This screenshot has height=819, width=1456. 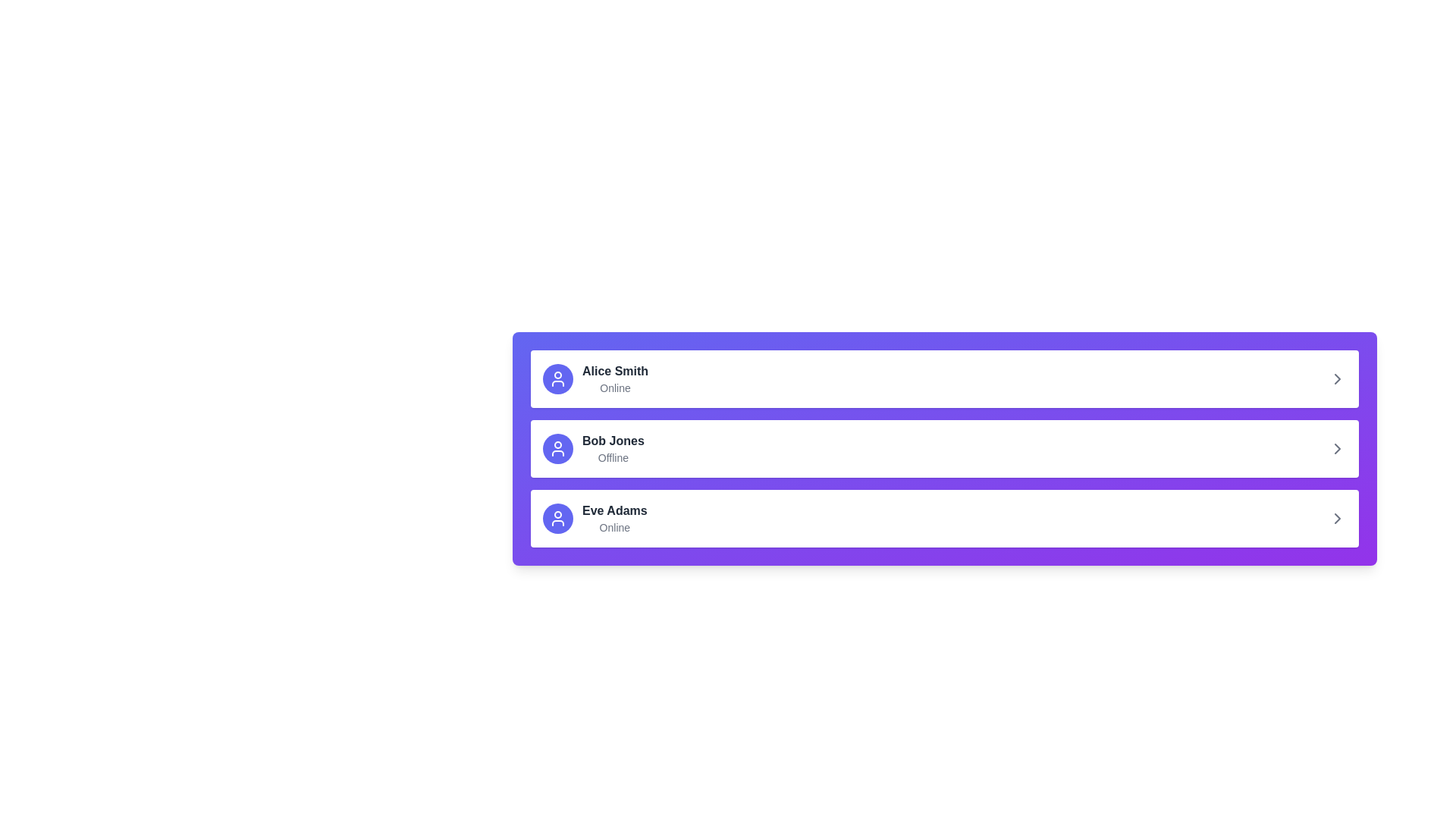 I want to click on the first user profile summary list item with avatar and text, so click(x=595, y=378).